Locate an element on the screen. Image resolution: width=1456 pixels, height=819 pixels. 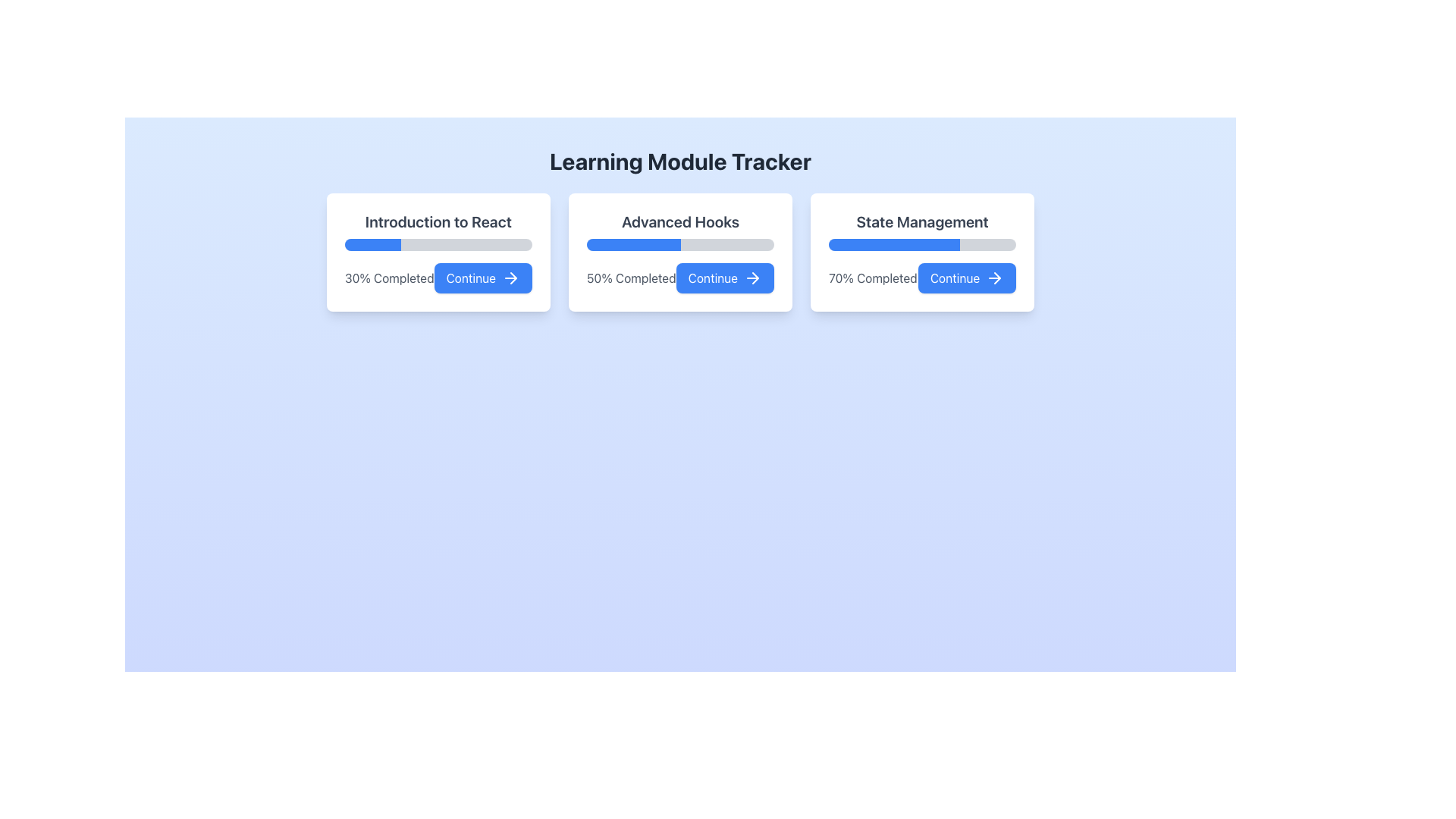
the blue 'Continue' button with white text and a rightward-pointing arrow icon within the 'Introduction to React' card to proceed is located at coordinates (482, 278).